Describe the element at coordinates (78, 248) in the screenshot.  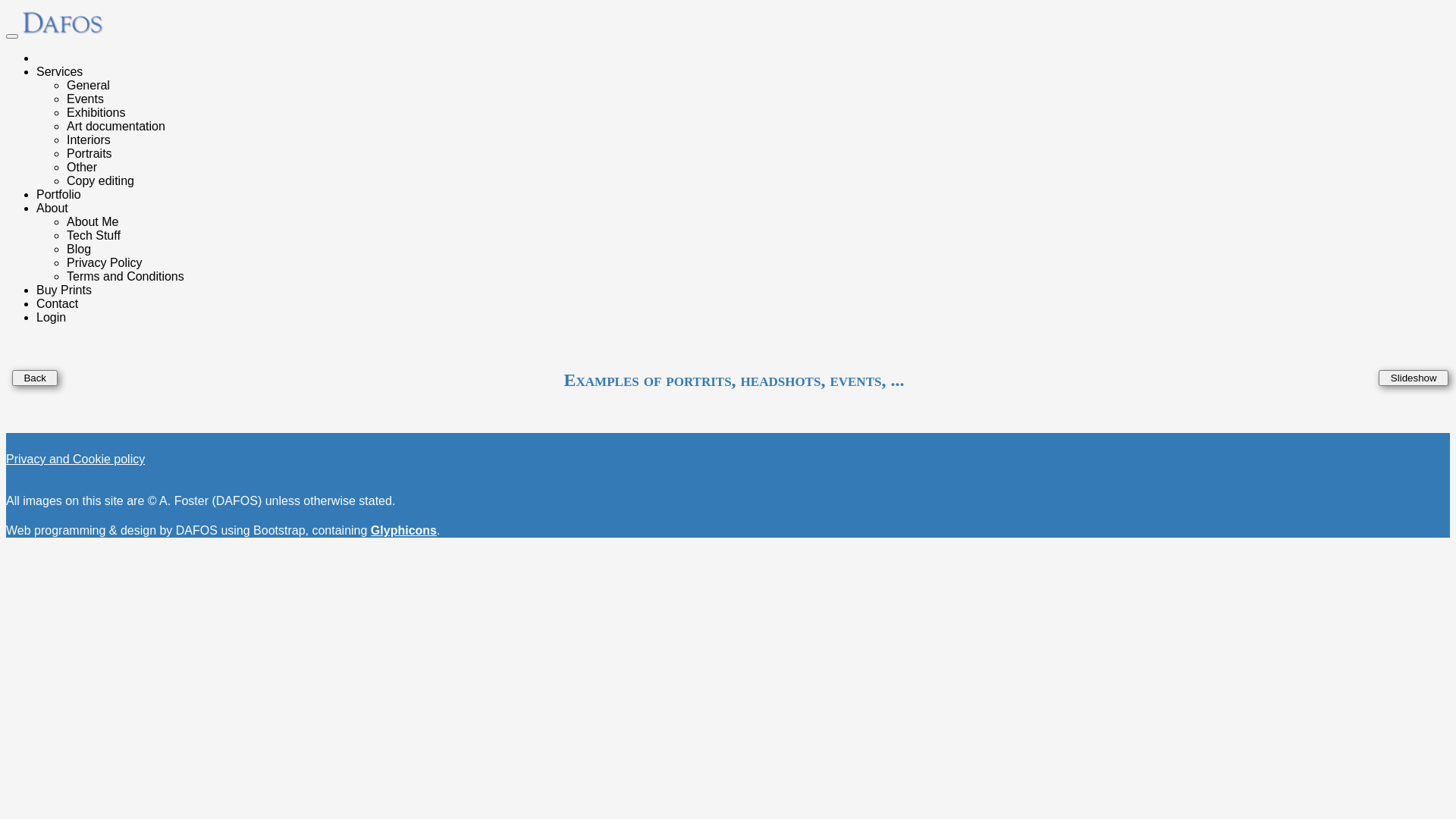
I see `'Blog'` at that location.